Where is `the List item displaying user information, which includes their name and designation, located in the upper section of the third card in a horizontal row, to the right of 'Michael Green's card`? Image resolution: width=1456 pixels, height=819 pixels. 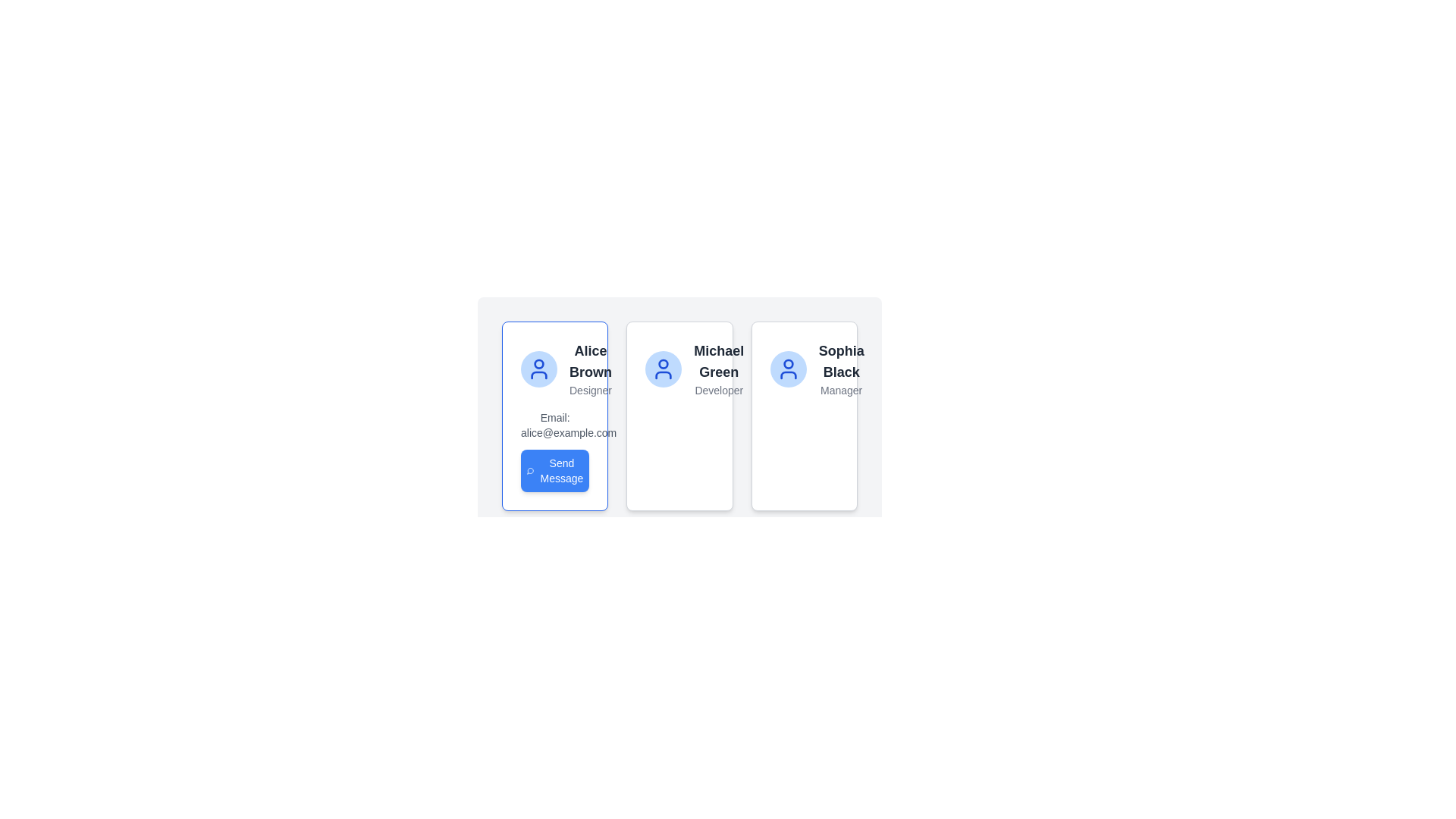 the List item displaying user information, which includes their name and designation, located in the upper section of the third card in a horizontal row, to the right of 'Michael Green's card is located at coordinates (803, 369).